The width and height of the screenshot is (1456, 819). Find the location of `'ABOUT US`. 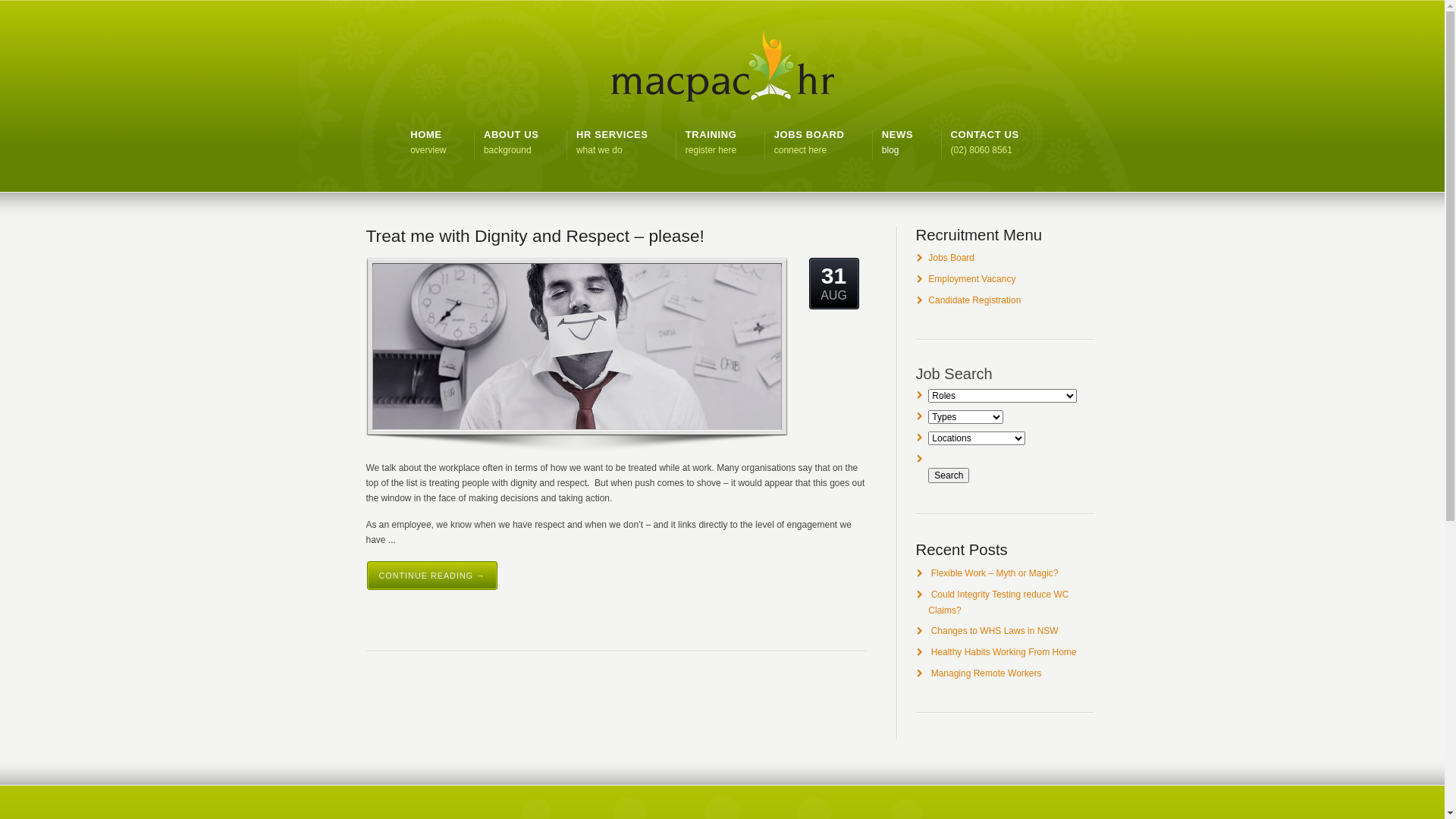

'ABOUT US is located at coordinates (511, 143).